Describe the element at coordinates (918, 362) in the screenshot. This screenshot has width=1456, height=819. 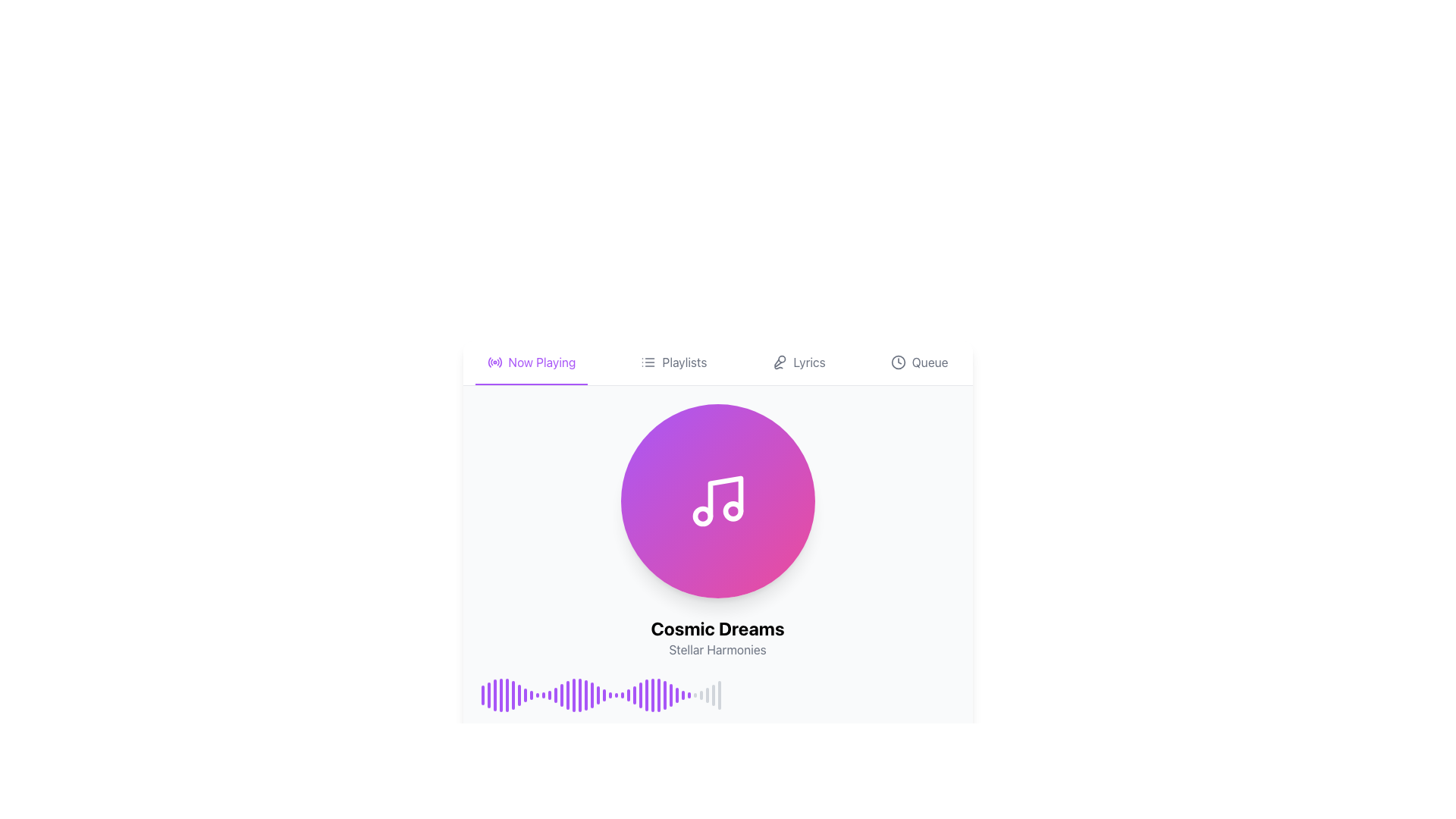
I see `the 'Queue' button, which is the fourth button in the navigation bar, to trigger visual feedback` at that location.